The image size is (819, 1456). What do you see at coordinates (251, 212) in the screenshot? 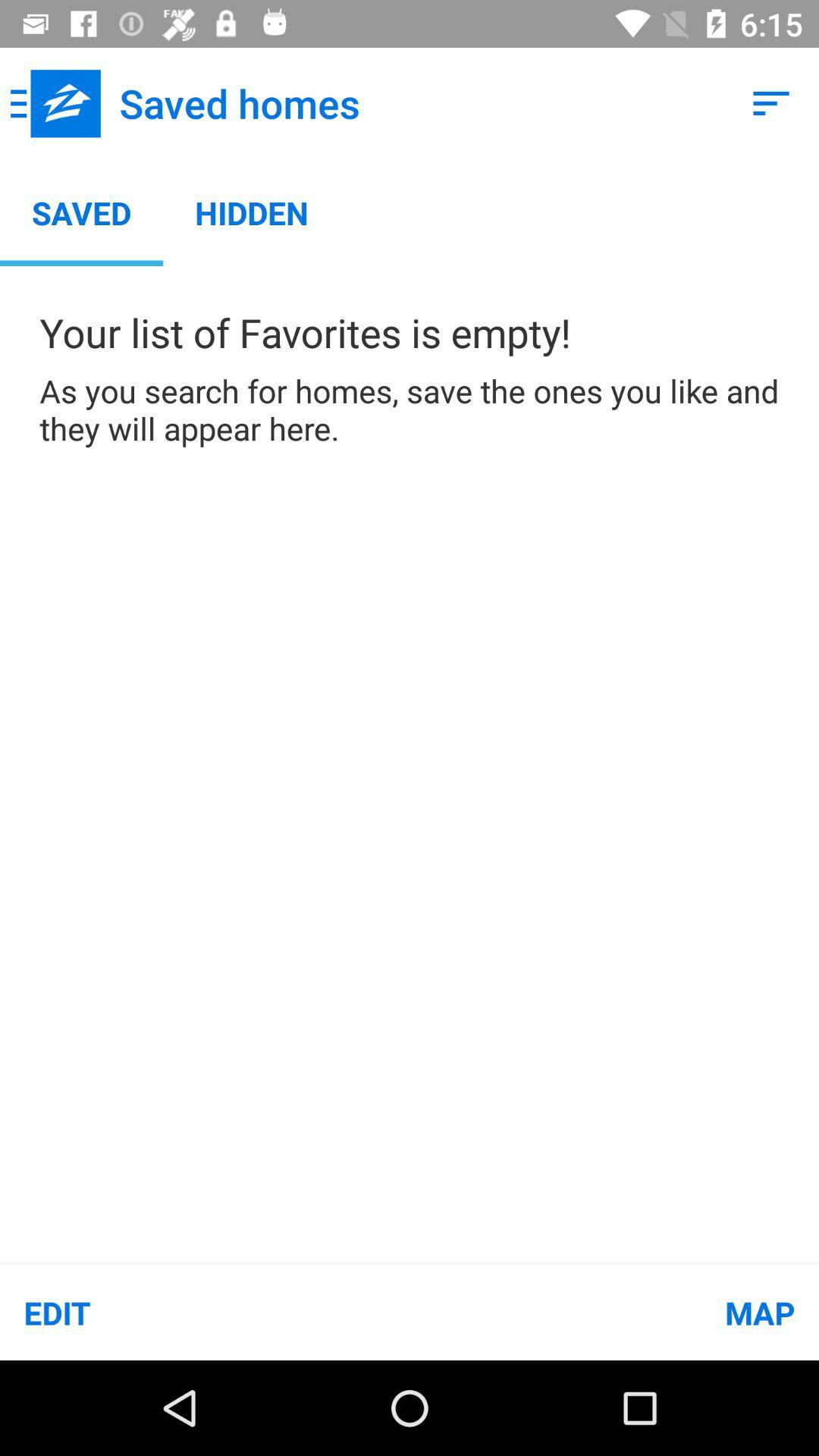
I see `the hidden item` at bounding box center [251, 212].